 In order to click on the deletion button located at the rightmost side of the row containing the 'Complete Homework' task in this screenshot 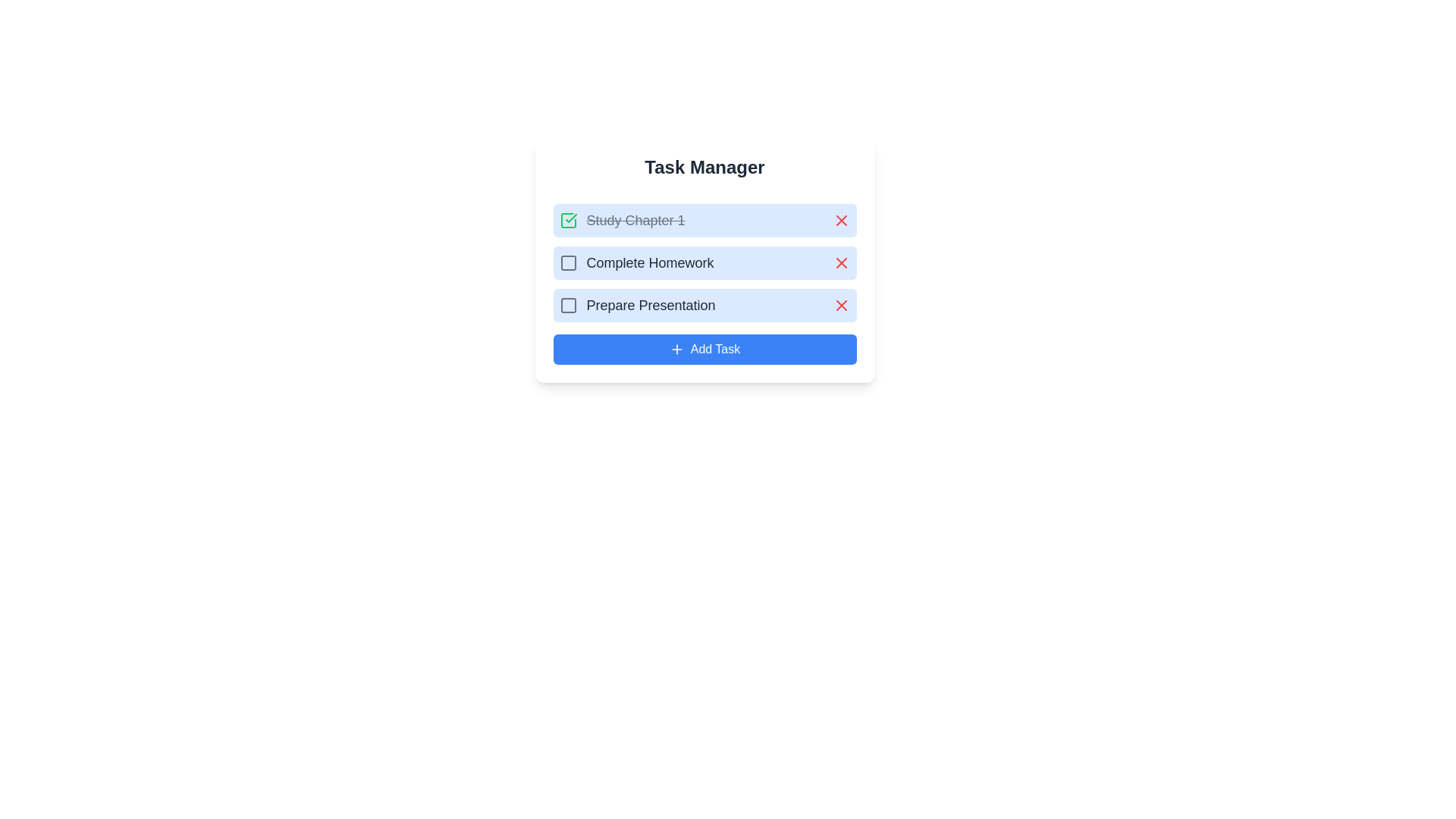, I will do `click(840, 262)`.